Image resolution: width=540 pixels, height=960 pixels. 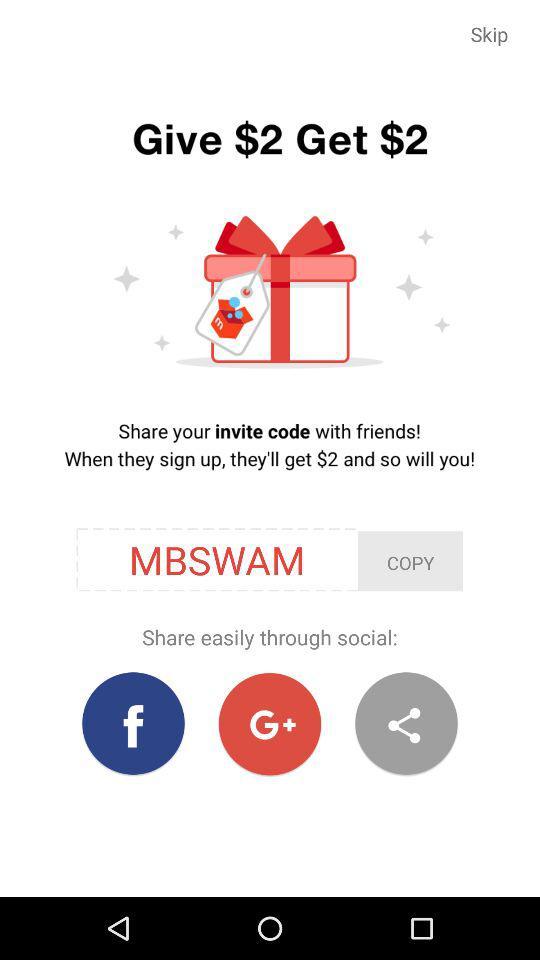 I want to click on the share icon, so click(x=405, y=723).